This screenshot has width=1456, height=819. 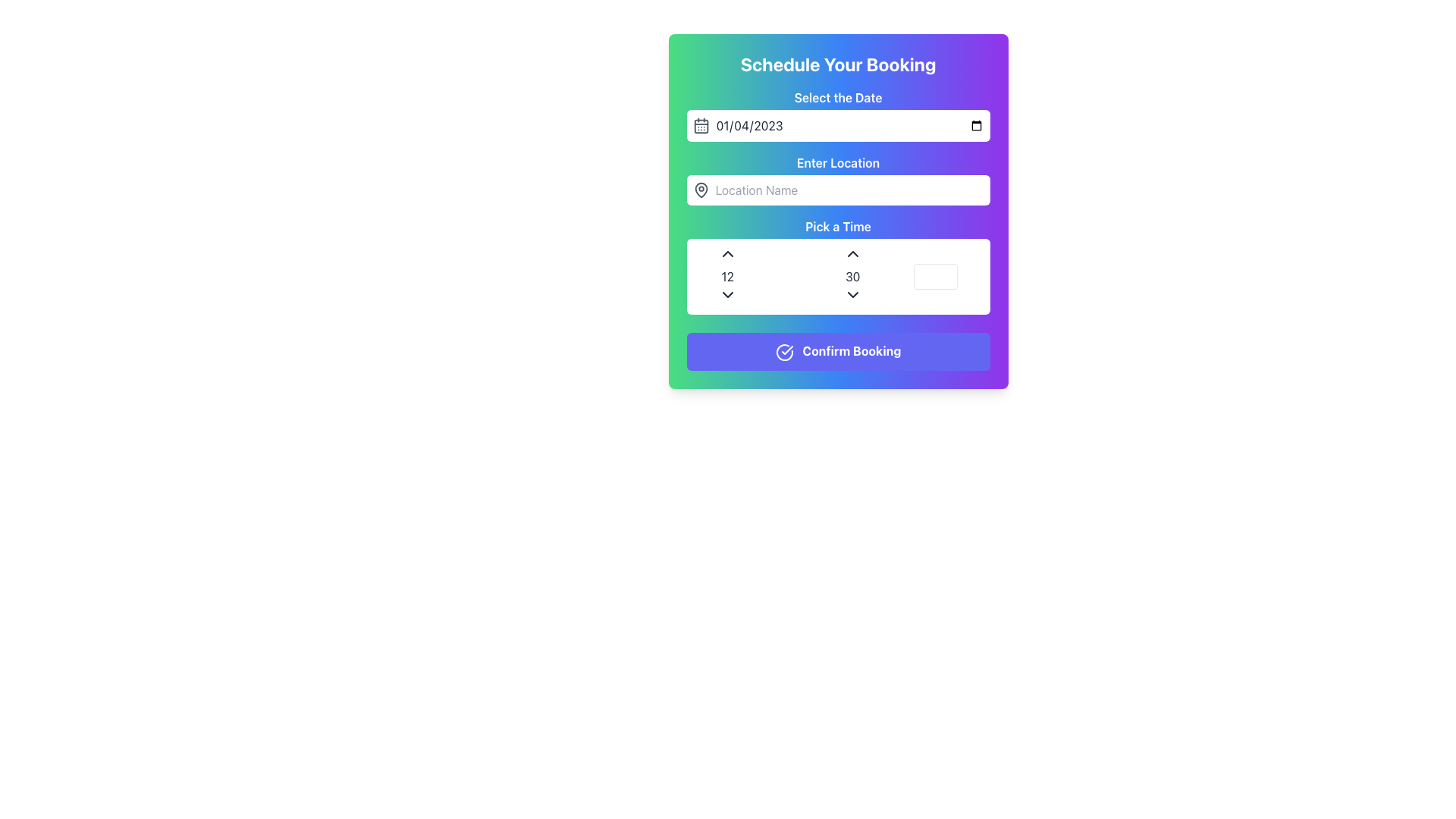 What do you see at coordinates (784, 352) in the screenshot?
I see `the check mark icon inside the 'Confirm Booking' button, which indicates confirmation or success in the booking process` at bounding box center [784, 352].